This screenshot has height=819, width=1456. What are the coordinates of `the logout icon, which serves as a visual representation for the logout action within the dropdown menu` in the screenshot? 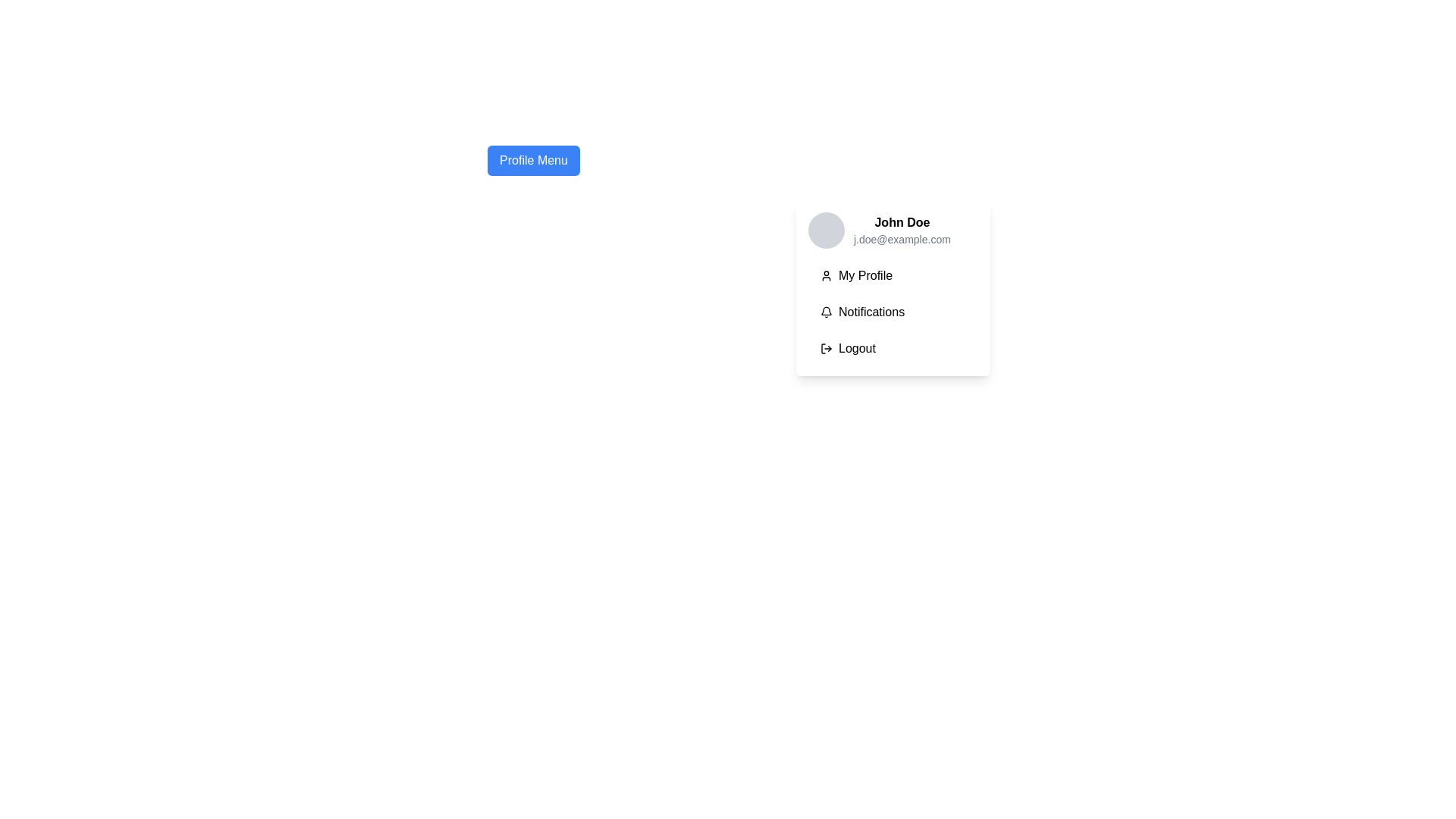 It's located at (825, 348).